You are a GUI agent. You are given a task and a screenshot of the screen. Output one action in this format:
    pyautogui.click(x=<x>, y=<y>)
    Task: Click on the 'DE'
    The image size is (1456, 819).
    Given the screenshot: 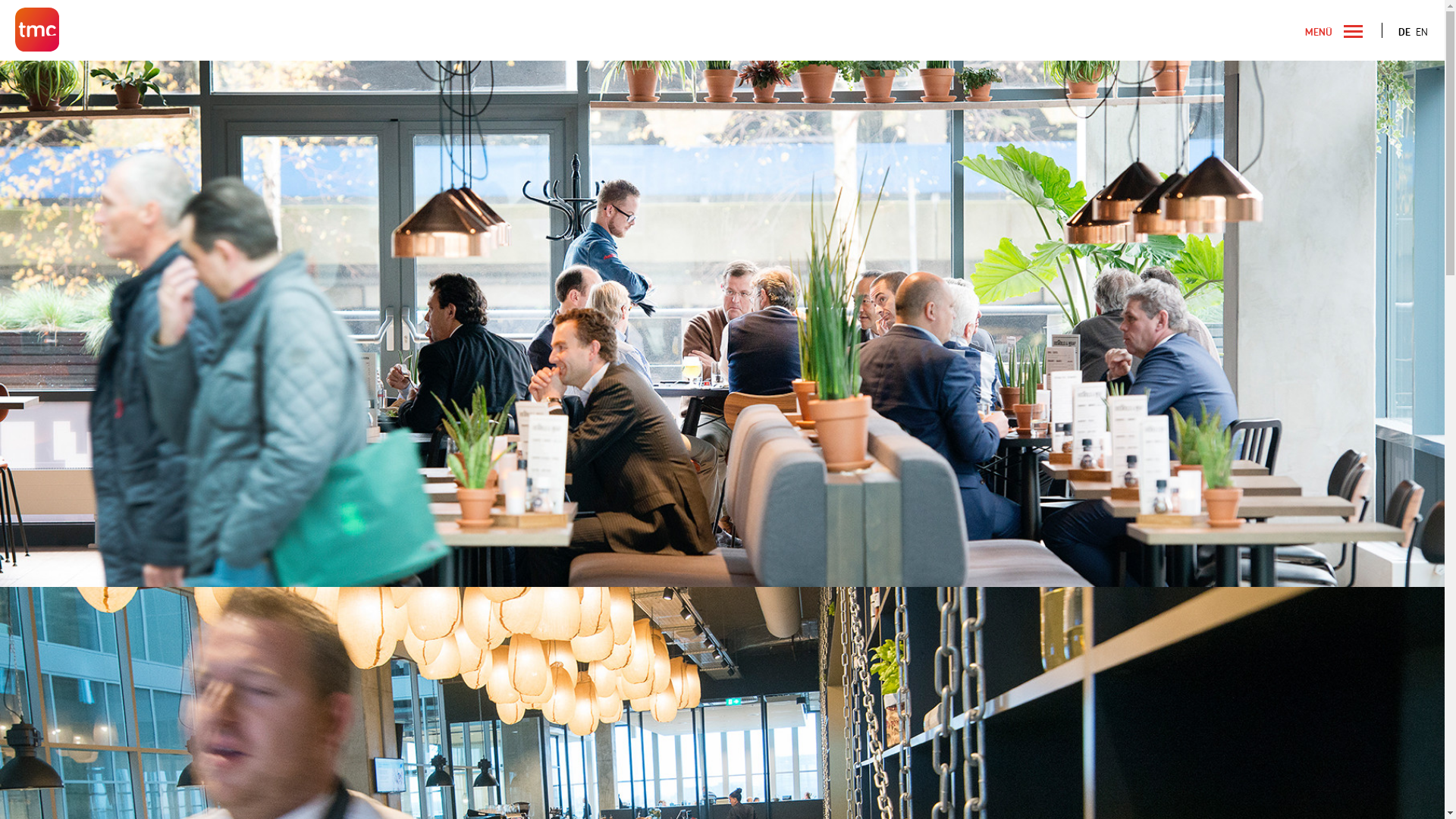 What is the action you would take?
    pyautogui.click(x=1404, y=32)
    